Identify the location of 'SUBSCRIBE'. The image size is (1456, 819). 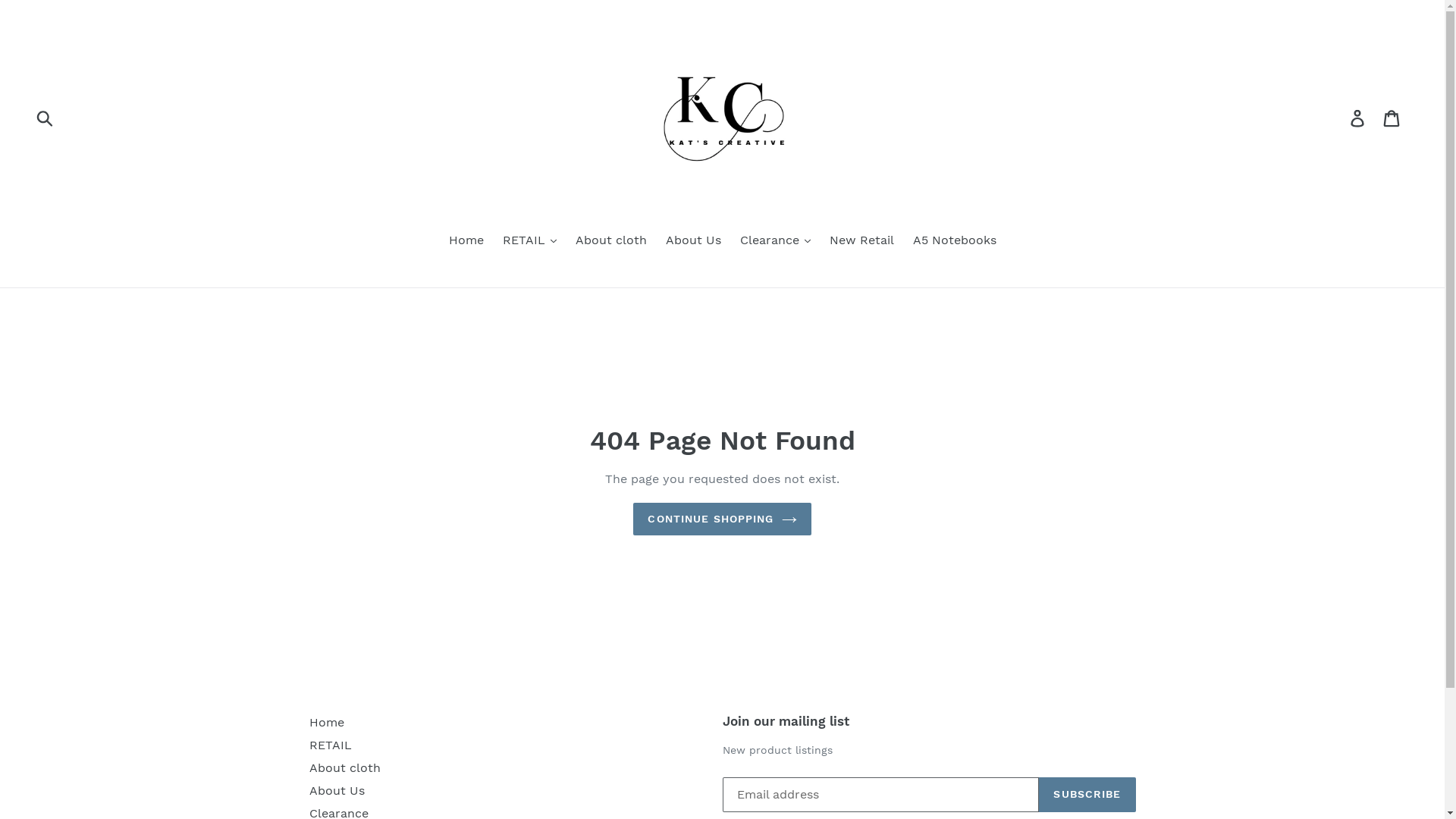
(1086, 794).